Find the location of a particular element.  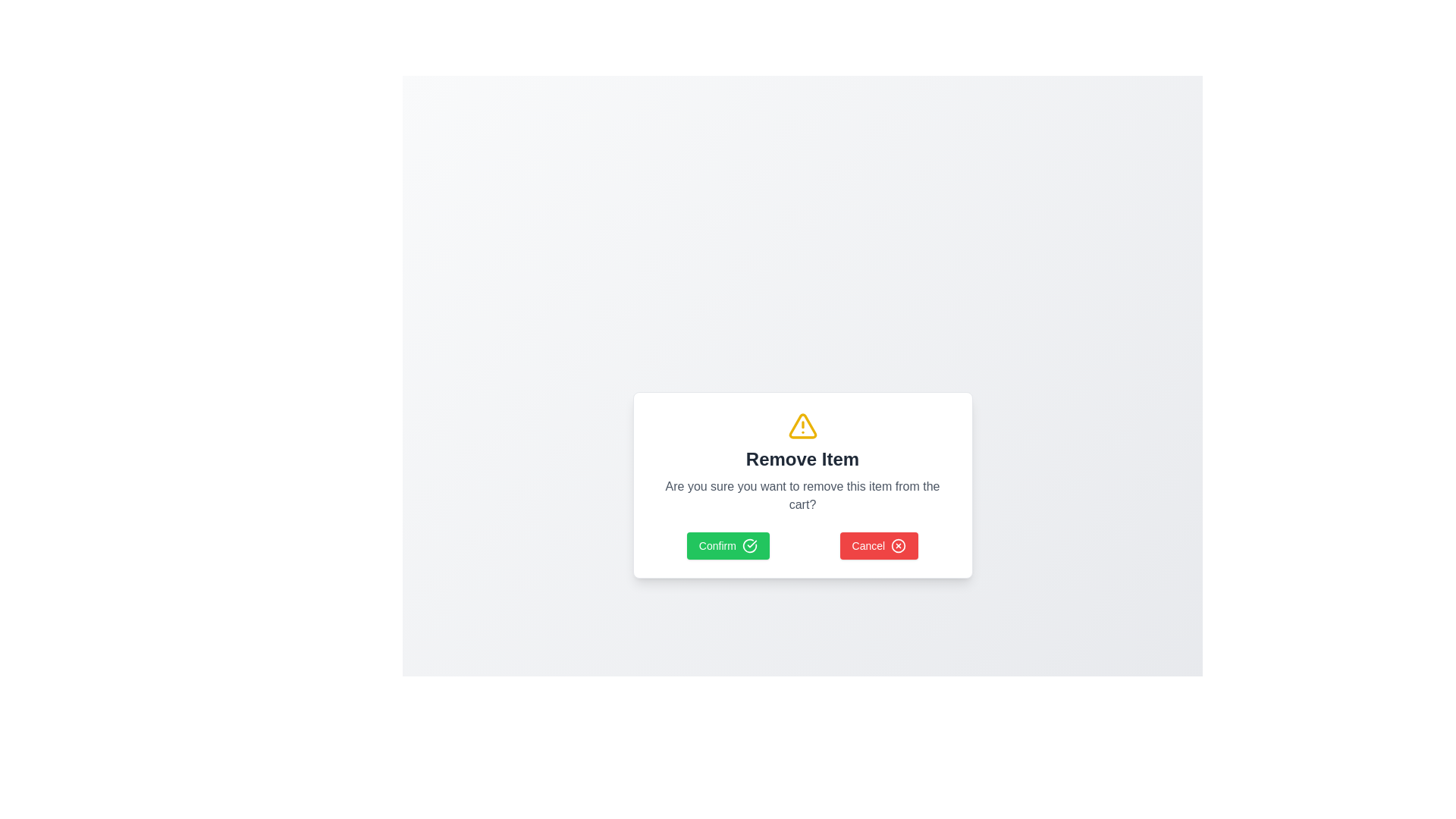

the green 'Confirm' button that contains a circle-shaped icon with a checkmark inside, located in the confirmation modal is located at coordinates (749, 546).